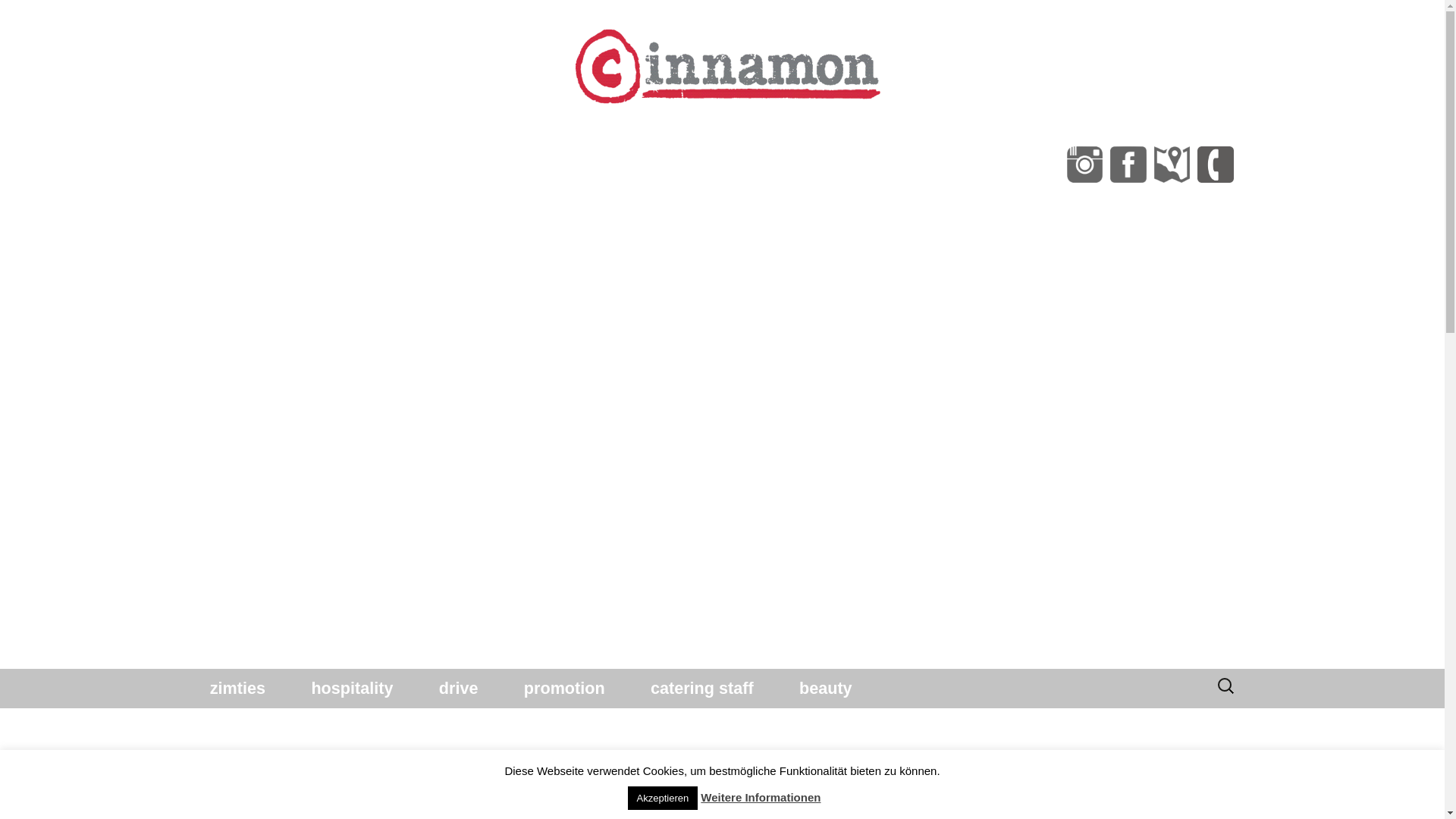  What do you see at coordinates (701, 688) in the screenshot?
I see `'catering staff'` at bounding box center [701, 688].